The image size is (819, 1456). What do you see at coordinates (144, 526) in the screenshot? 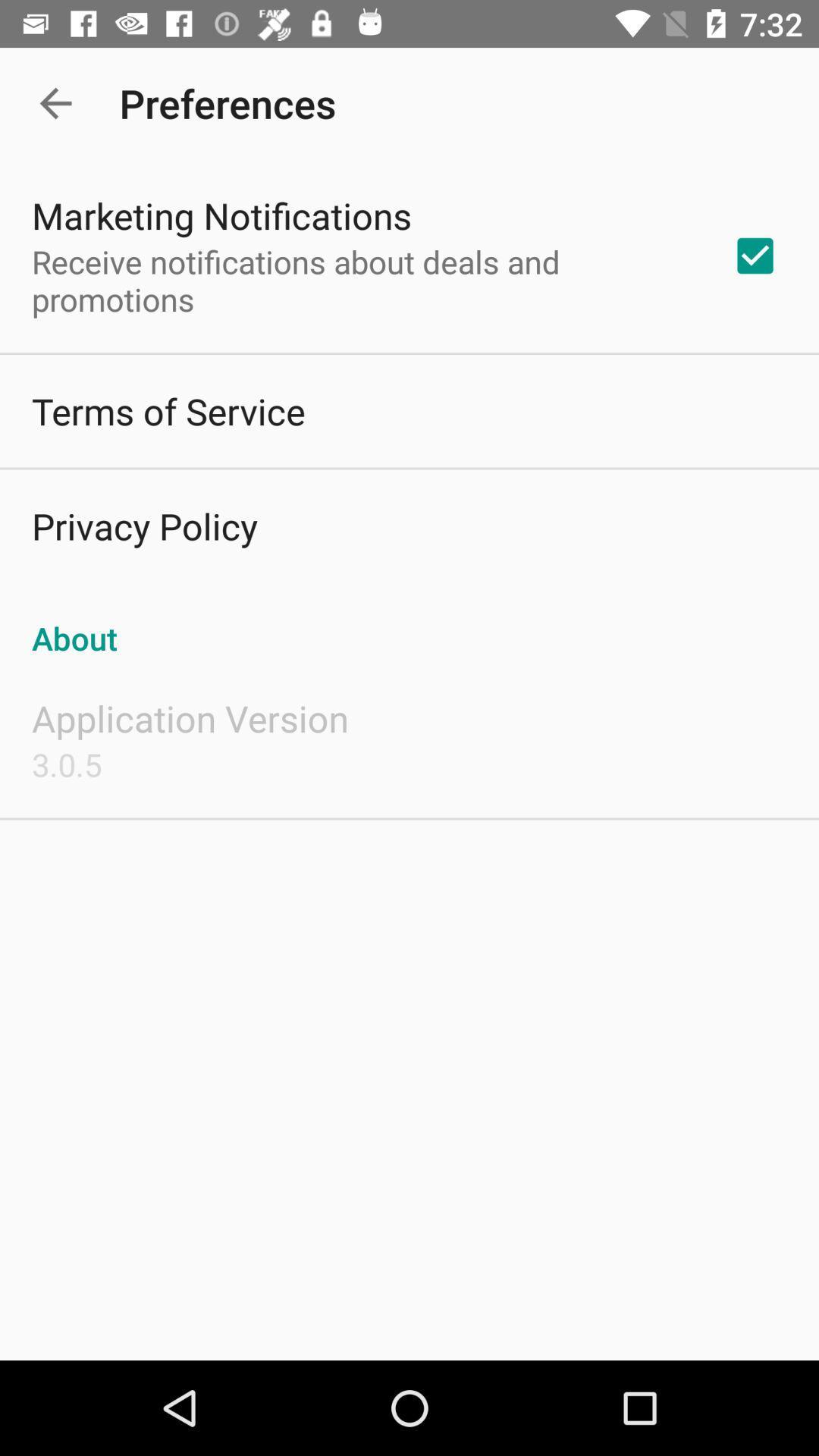
I see `icon below the terms of service app` at bounding box center [144, 526].